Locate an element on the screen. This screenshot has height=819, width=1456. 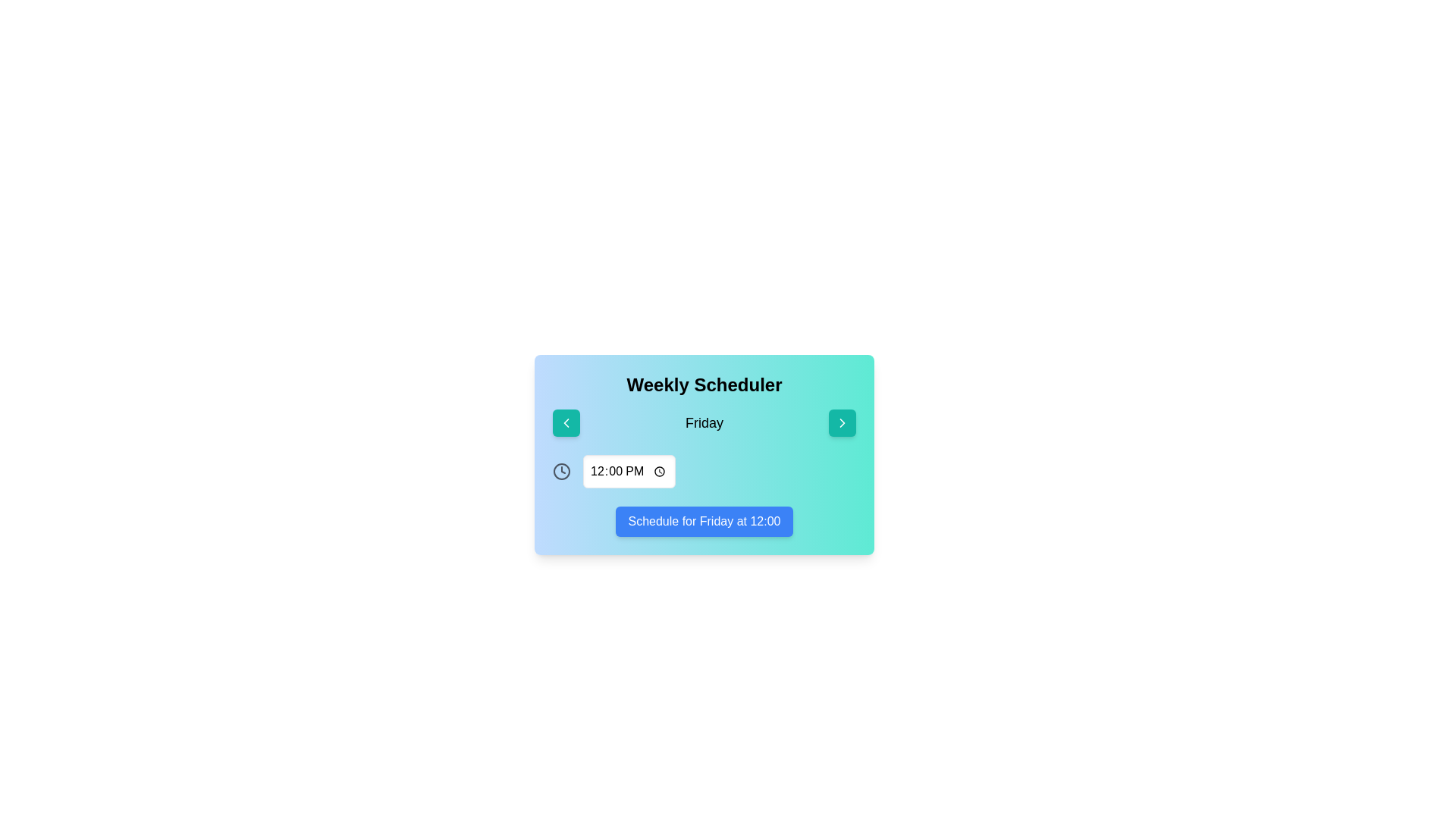
the icon that serves as a time input indicator, located to the left of the time input field is located at coordinates (560, 470).